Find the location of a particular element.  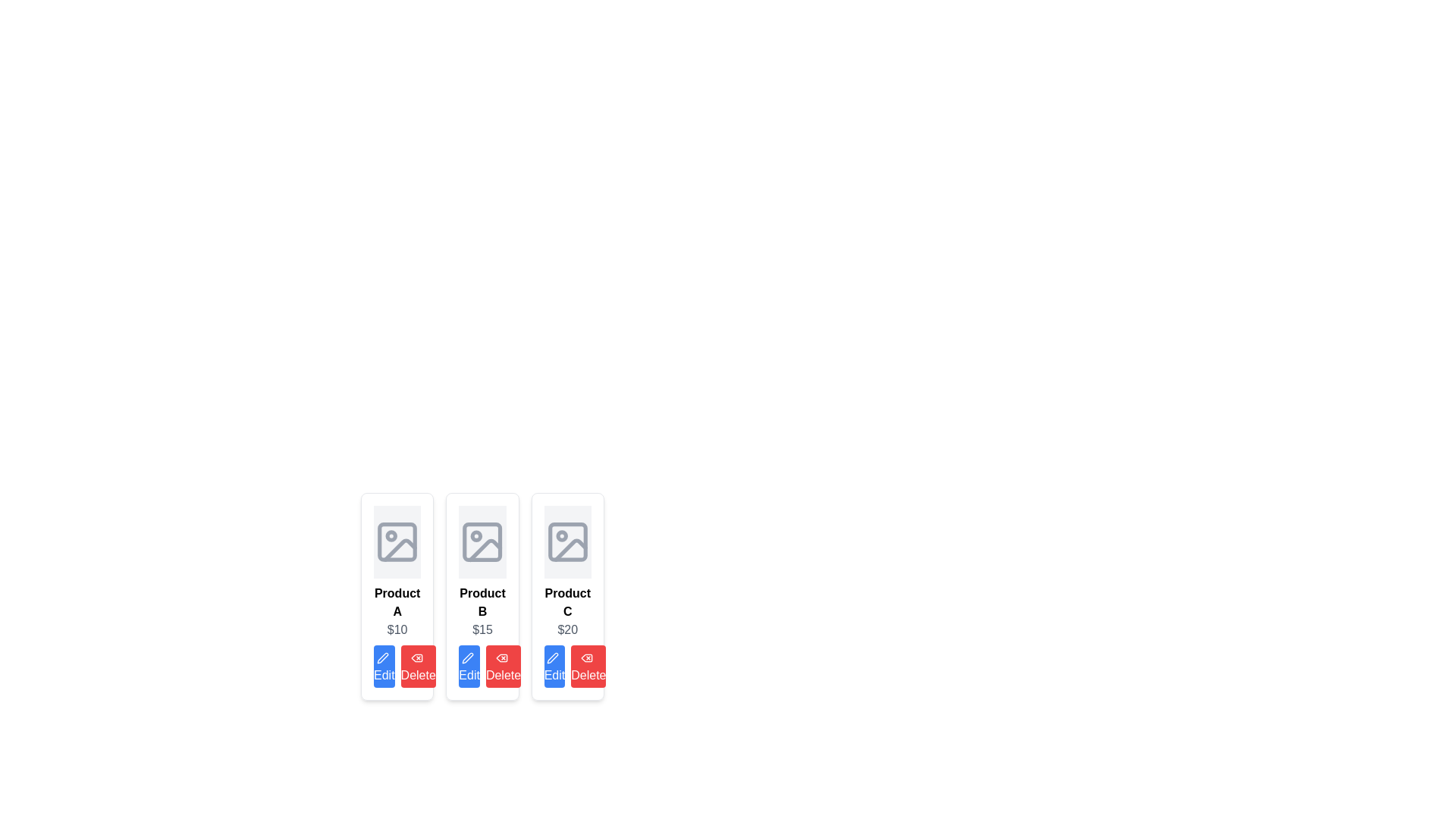

the blue 'Edit' button with white text and a pen icon to change its background color is located at coordinates (384, 666).